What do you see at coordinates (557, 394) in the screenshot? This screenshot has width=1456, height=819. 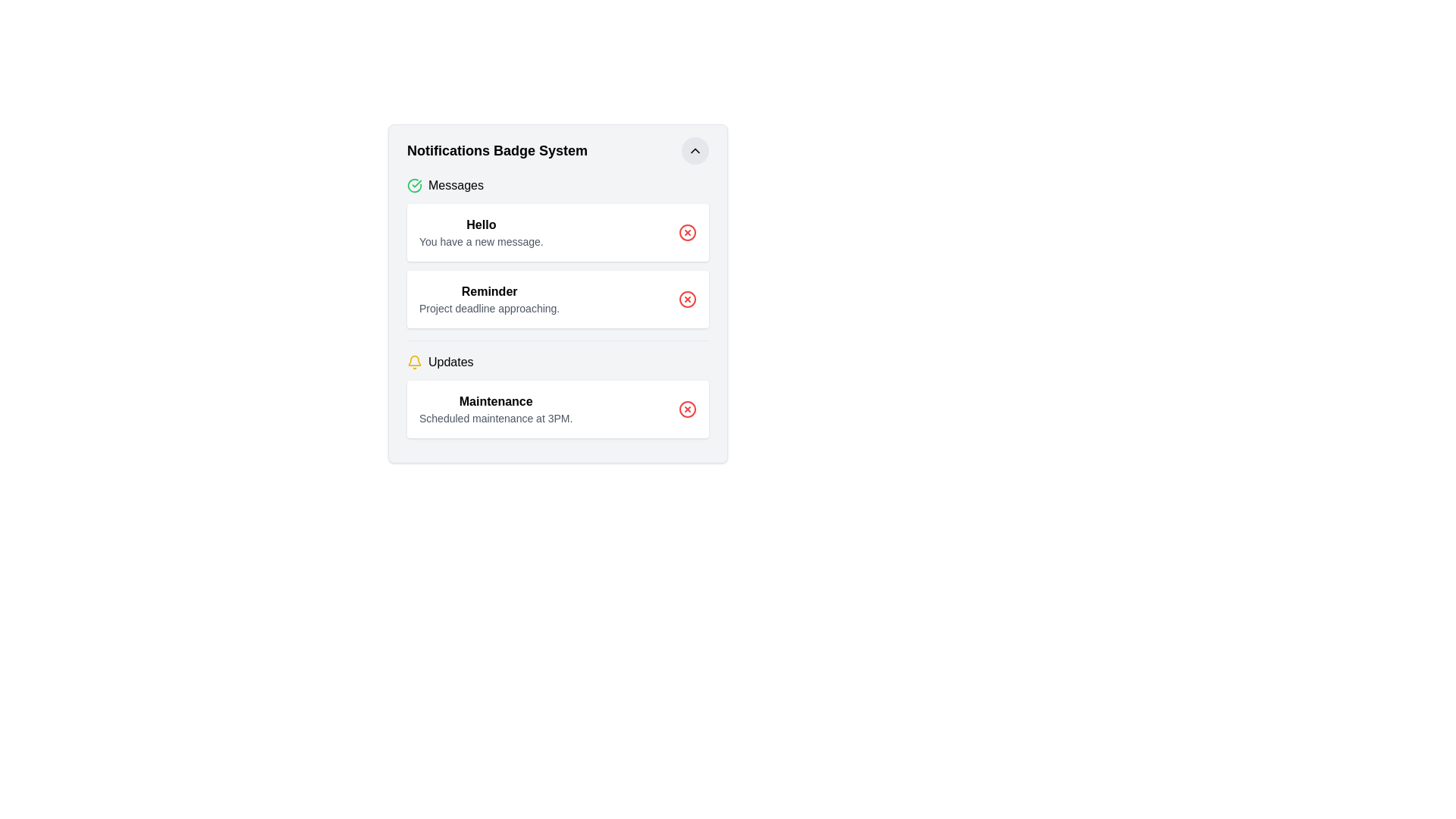 I see `information from the Notification item titled 'Maintenance' with a red circular icon and an 'x', located in the bottom section of notifications, specifically the third item under 'Updates'` at bounding box center [557, 394].